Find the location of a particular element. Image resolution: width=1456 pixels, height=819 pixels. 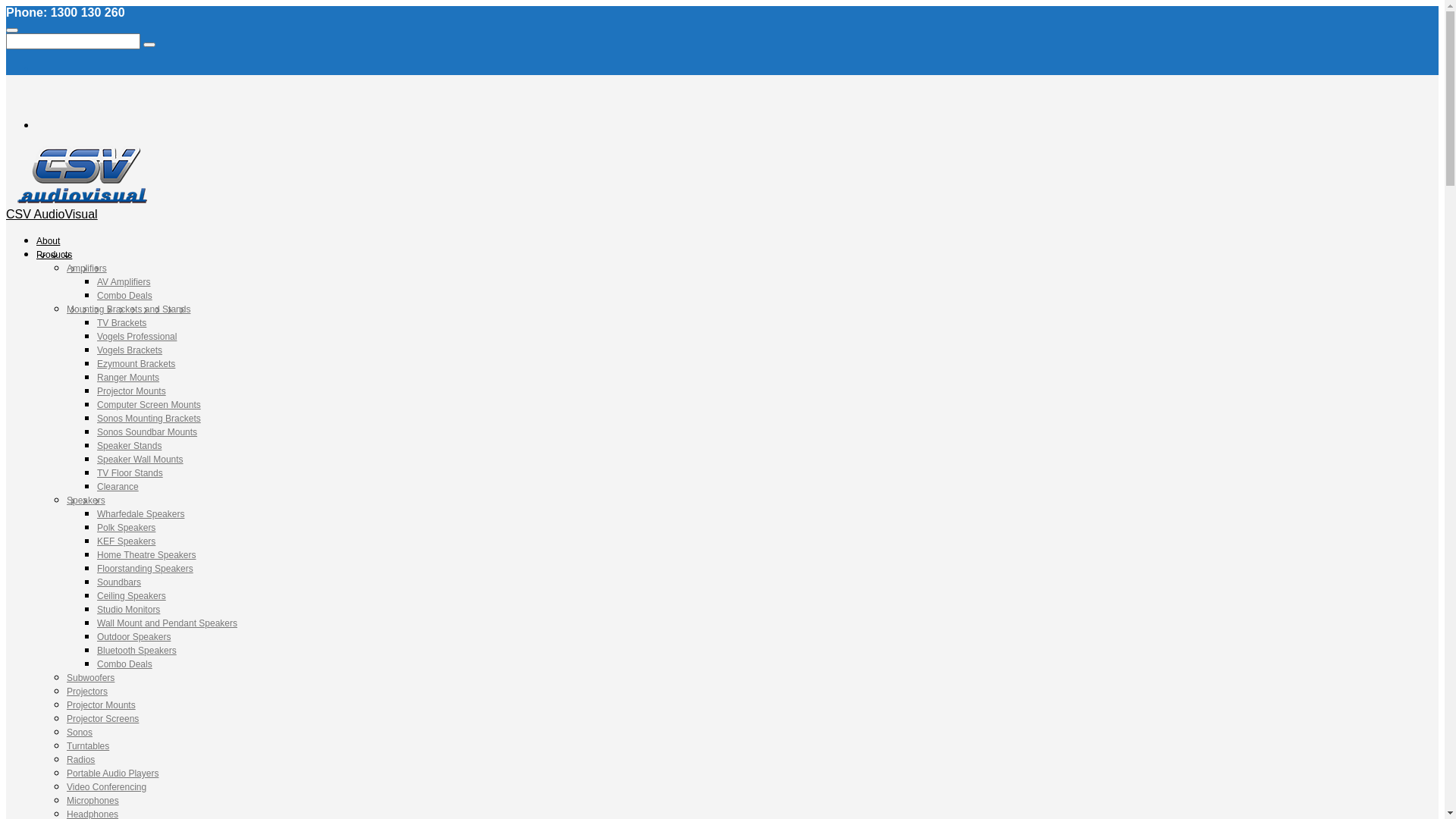

'Vogels Professional' is located at coordinates (136, 335).